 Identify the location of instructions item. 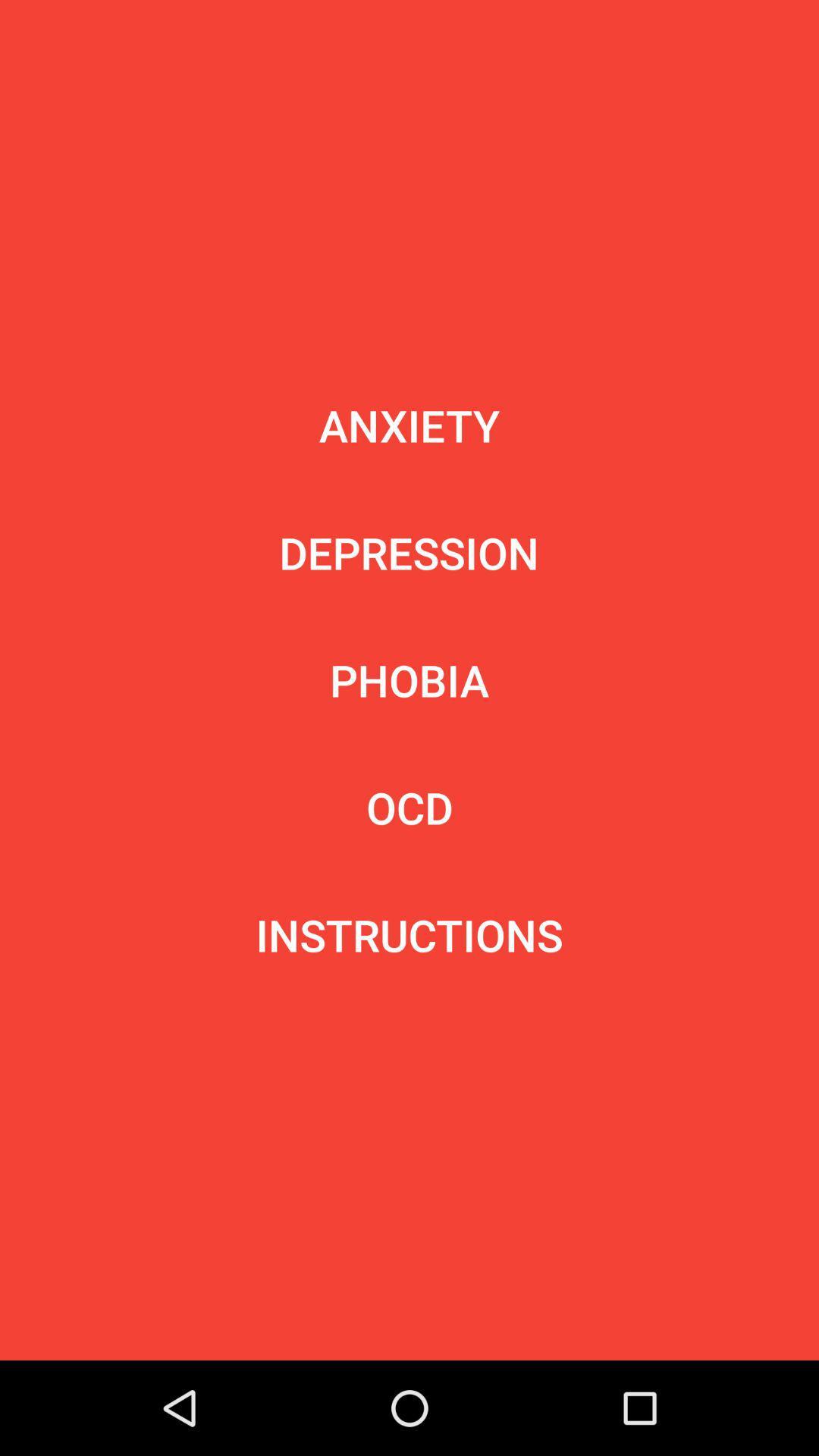
(409, 934).